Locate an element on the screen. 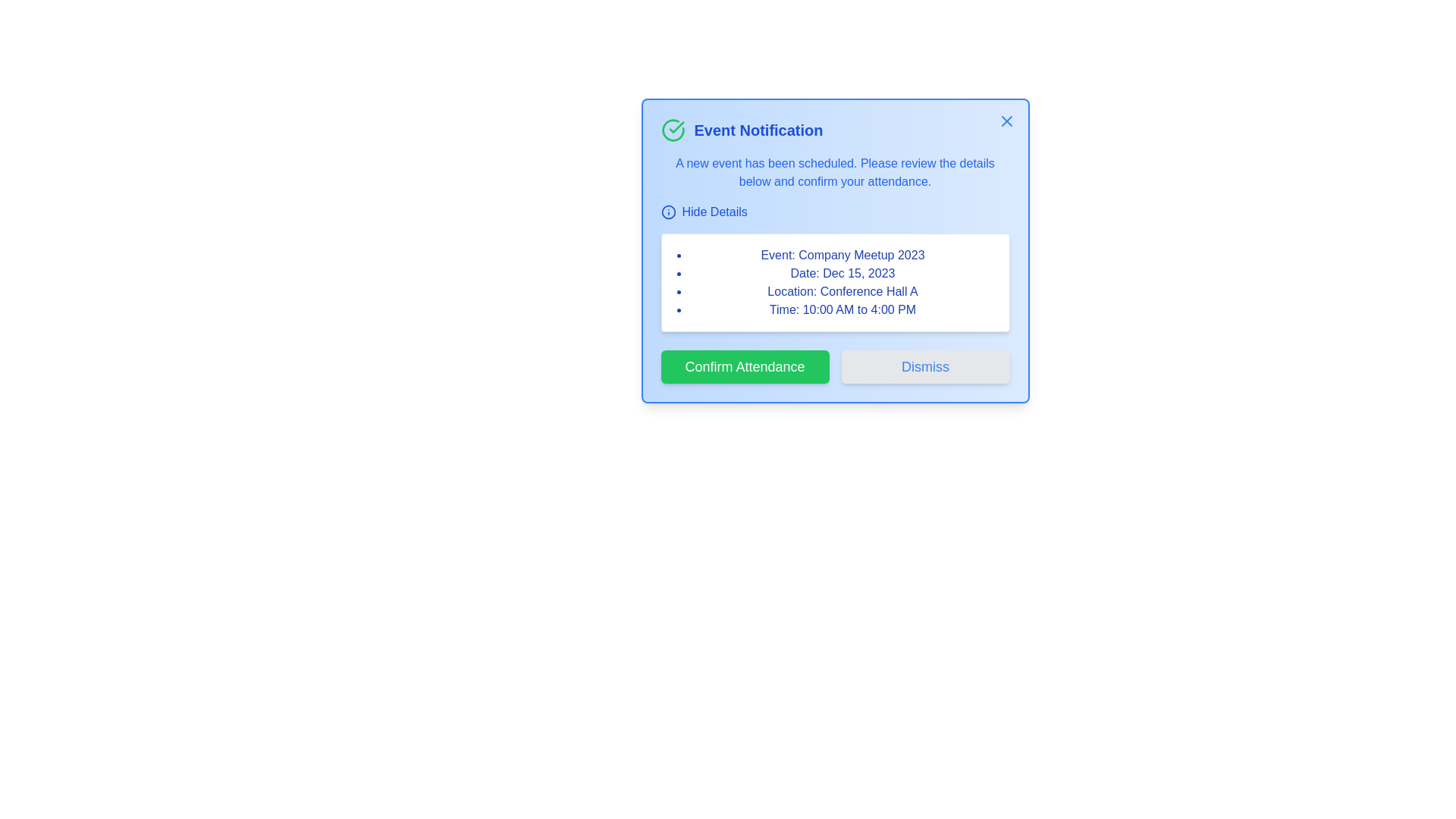  'Hide Details' button to toggle the visibility of the event details is located at coordinates (703, 212).